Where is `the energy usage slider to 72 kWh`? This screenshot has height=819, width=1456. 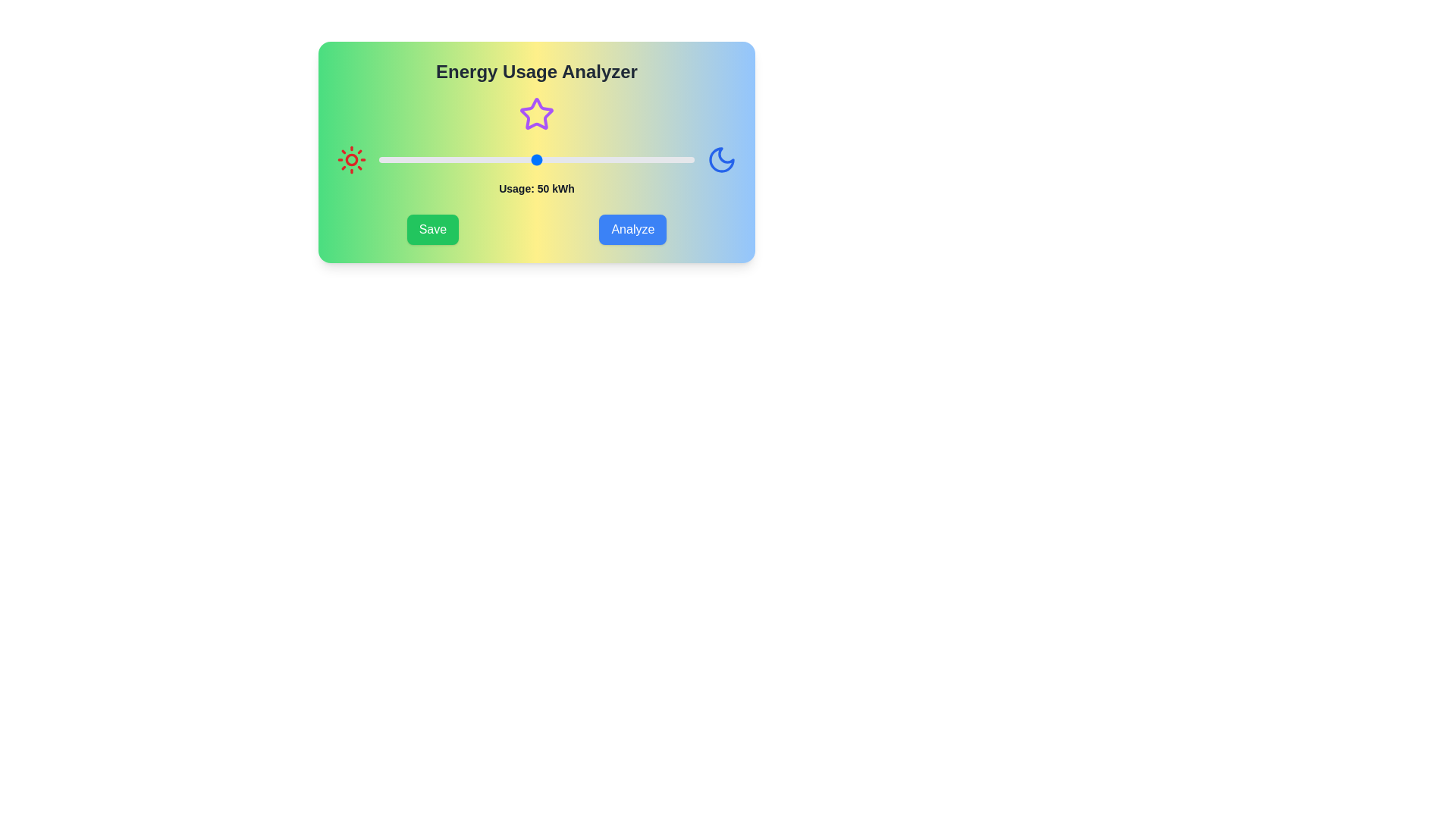
the energy usage slider to 72 kWh is located at coordinates (605, 160).